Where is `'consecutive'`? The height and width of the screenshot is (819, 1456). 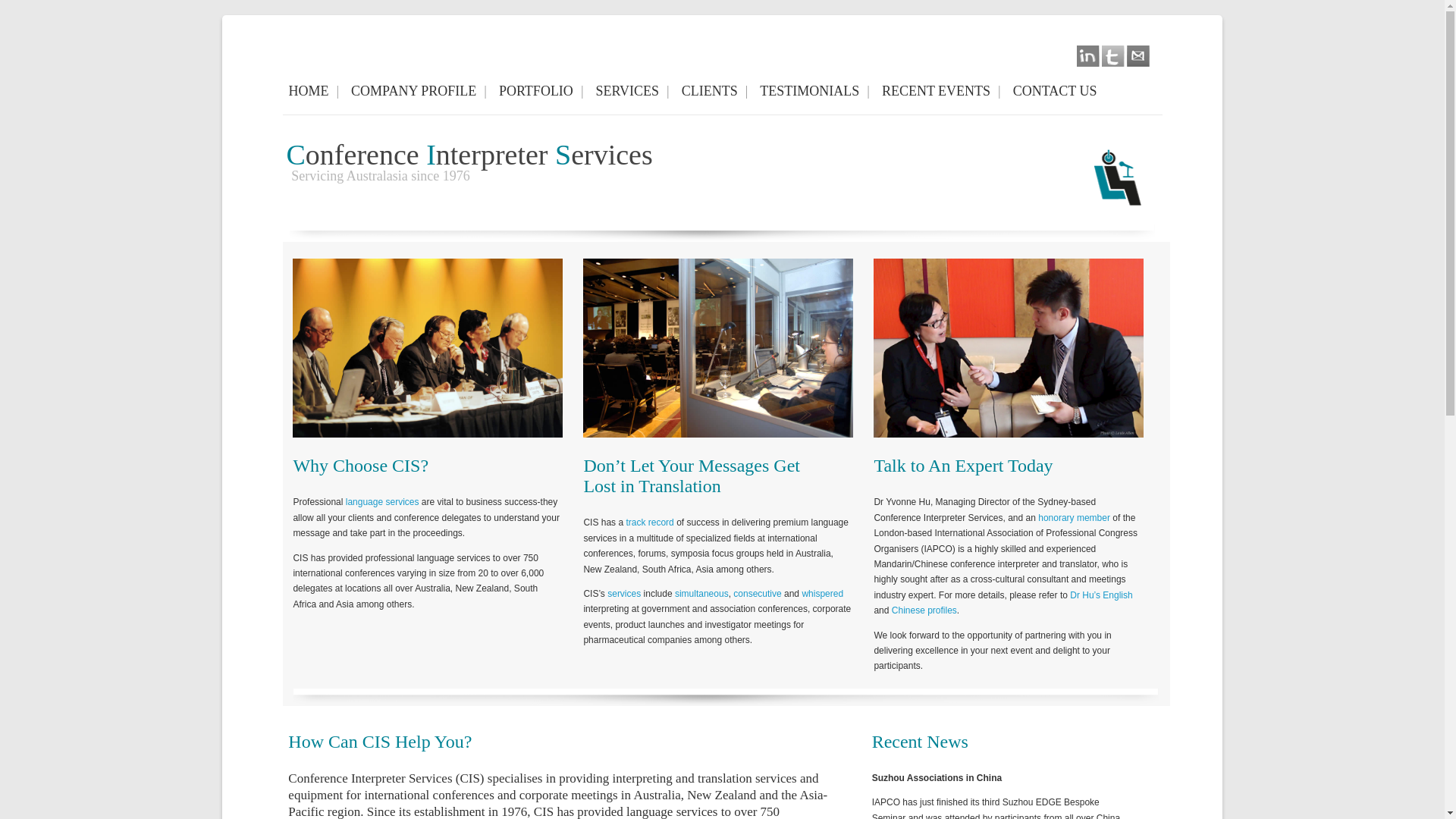
'consecutive' is located at coordinates (757, 593).